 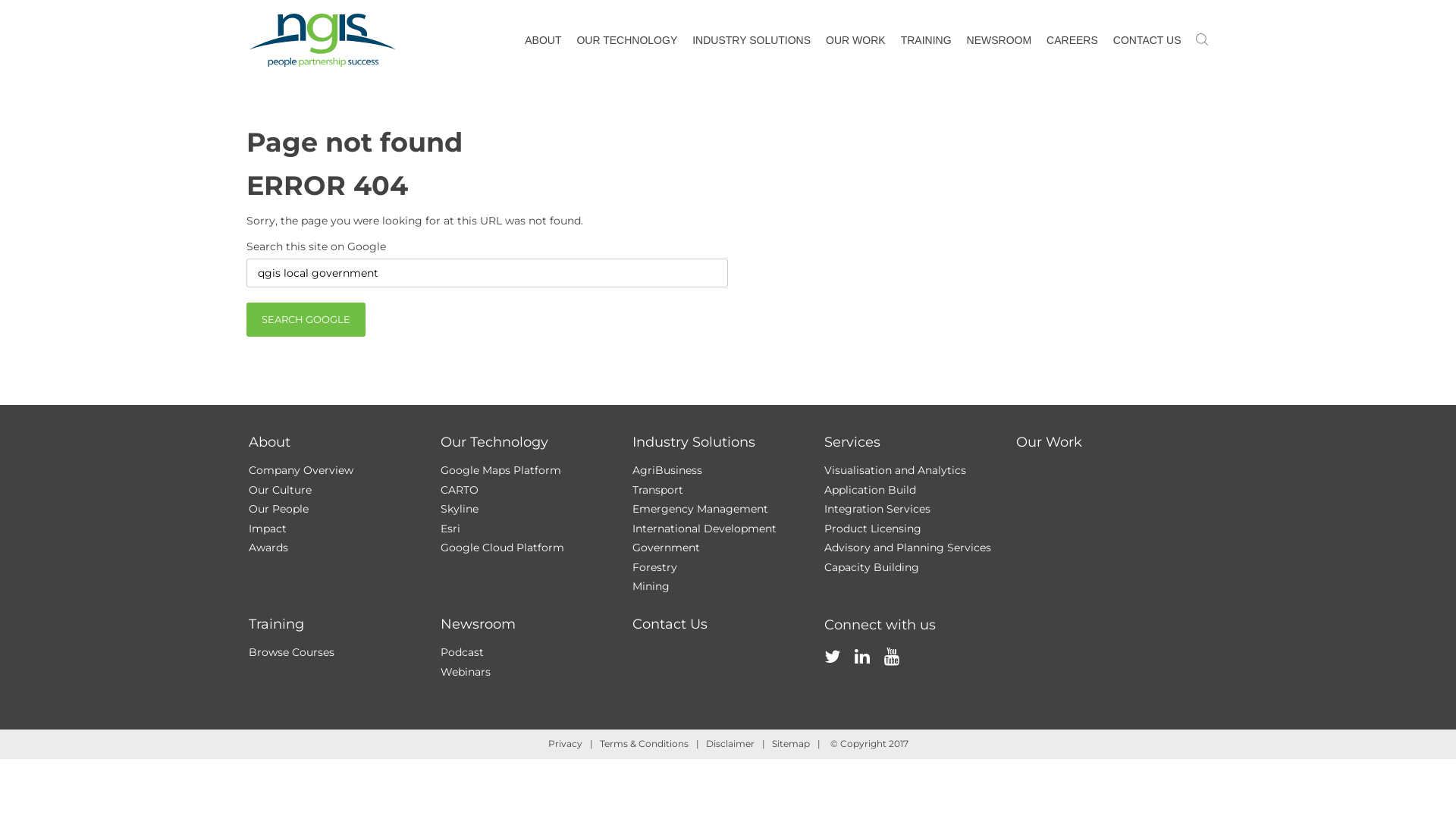 I want to click on 'Transport', so click(x=632, y=489).